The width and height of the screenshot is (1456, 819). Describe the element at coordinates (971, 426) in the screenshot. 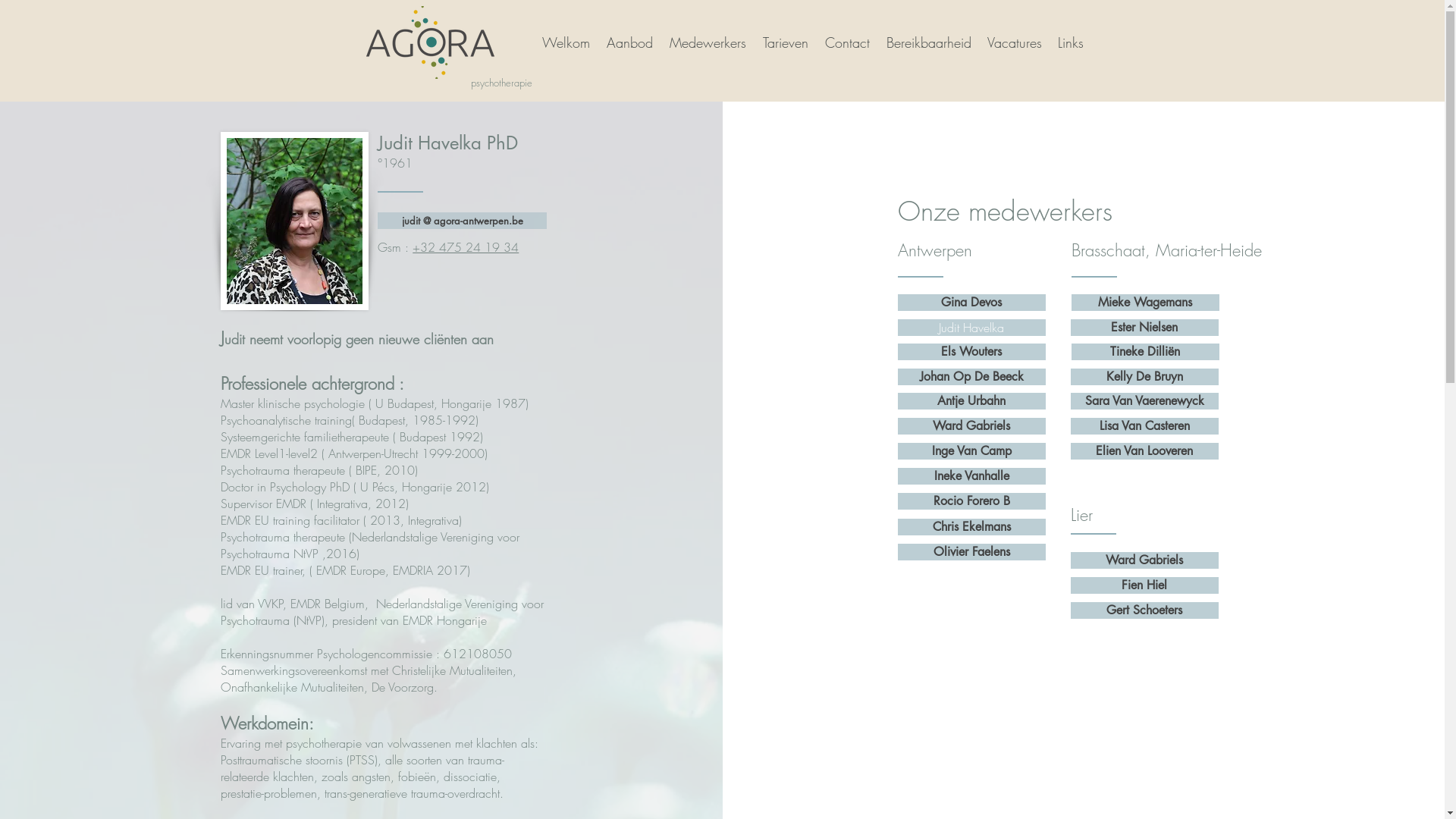

I see `'Ward Gabriels'` at that location.